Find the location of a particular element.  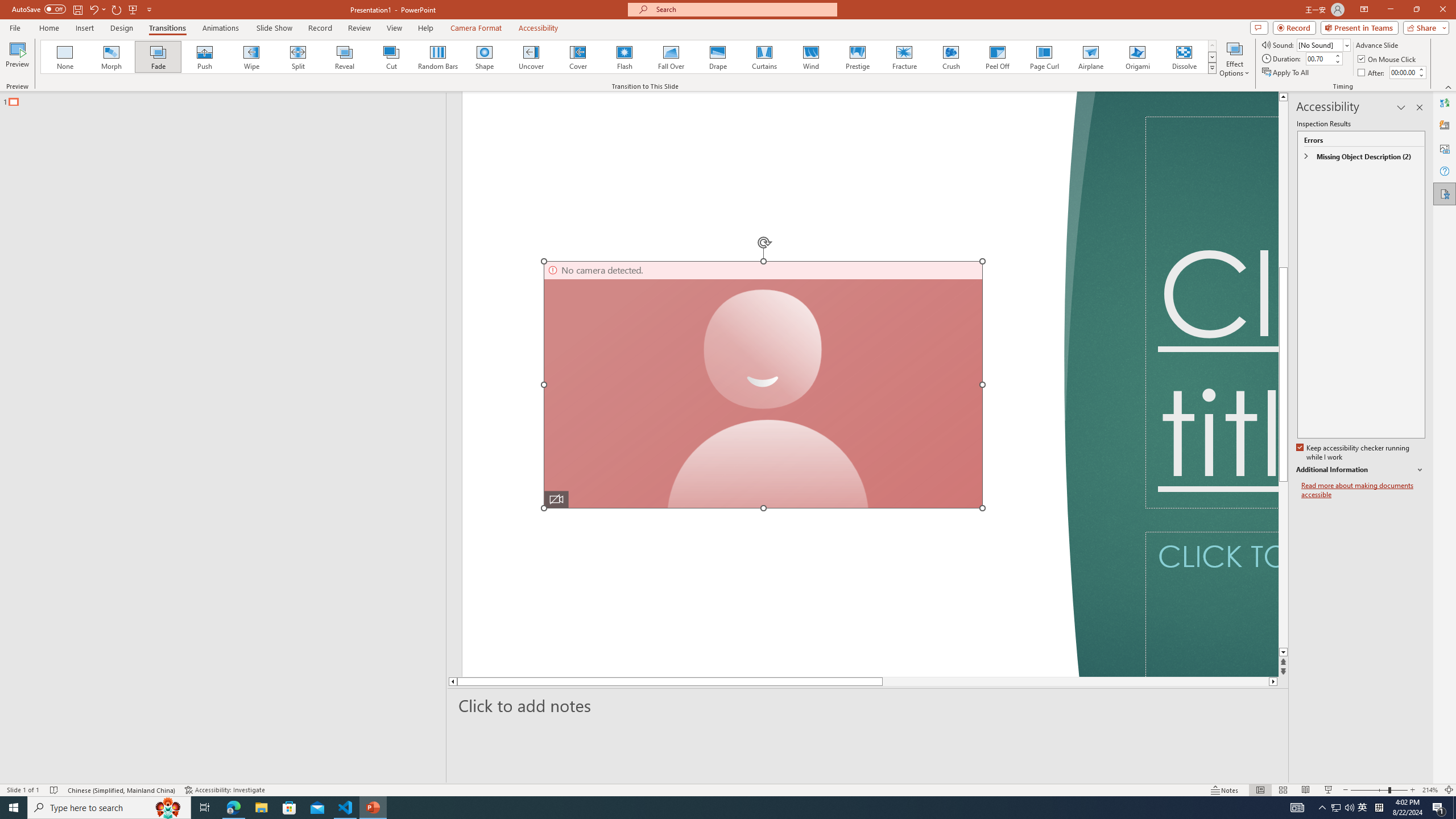

'Additional Information' is located at coordinates (1360, 470).